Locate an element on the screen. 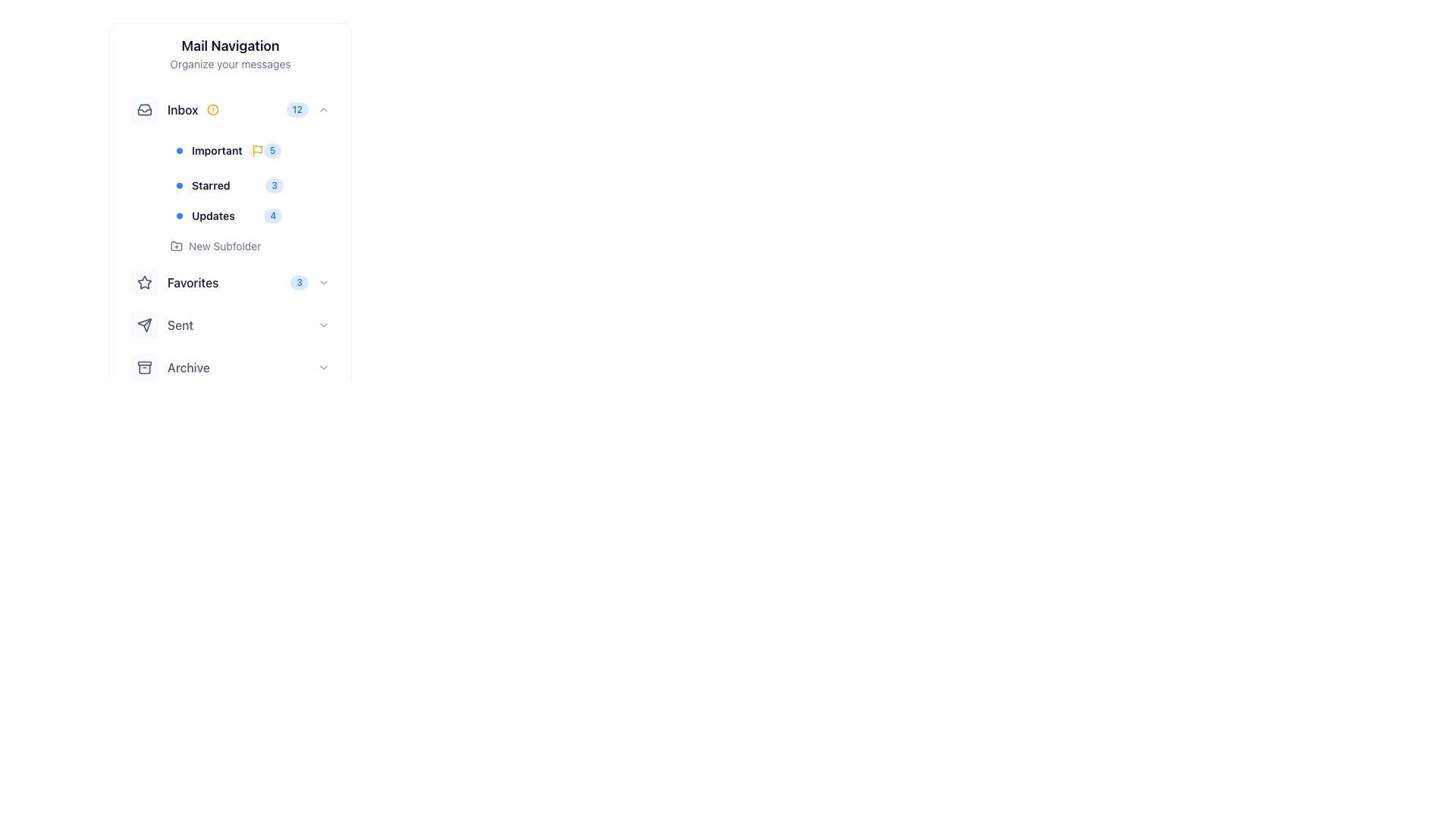 This screenshot has height=819, width=1456. the number displayed on the badge indicating items or notifications related to the 'Starred' category, located in the left sidebar navigation adjacent to the 'Starred' label is located at coordinates (275, 185).